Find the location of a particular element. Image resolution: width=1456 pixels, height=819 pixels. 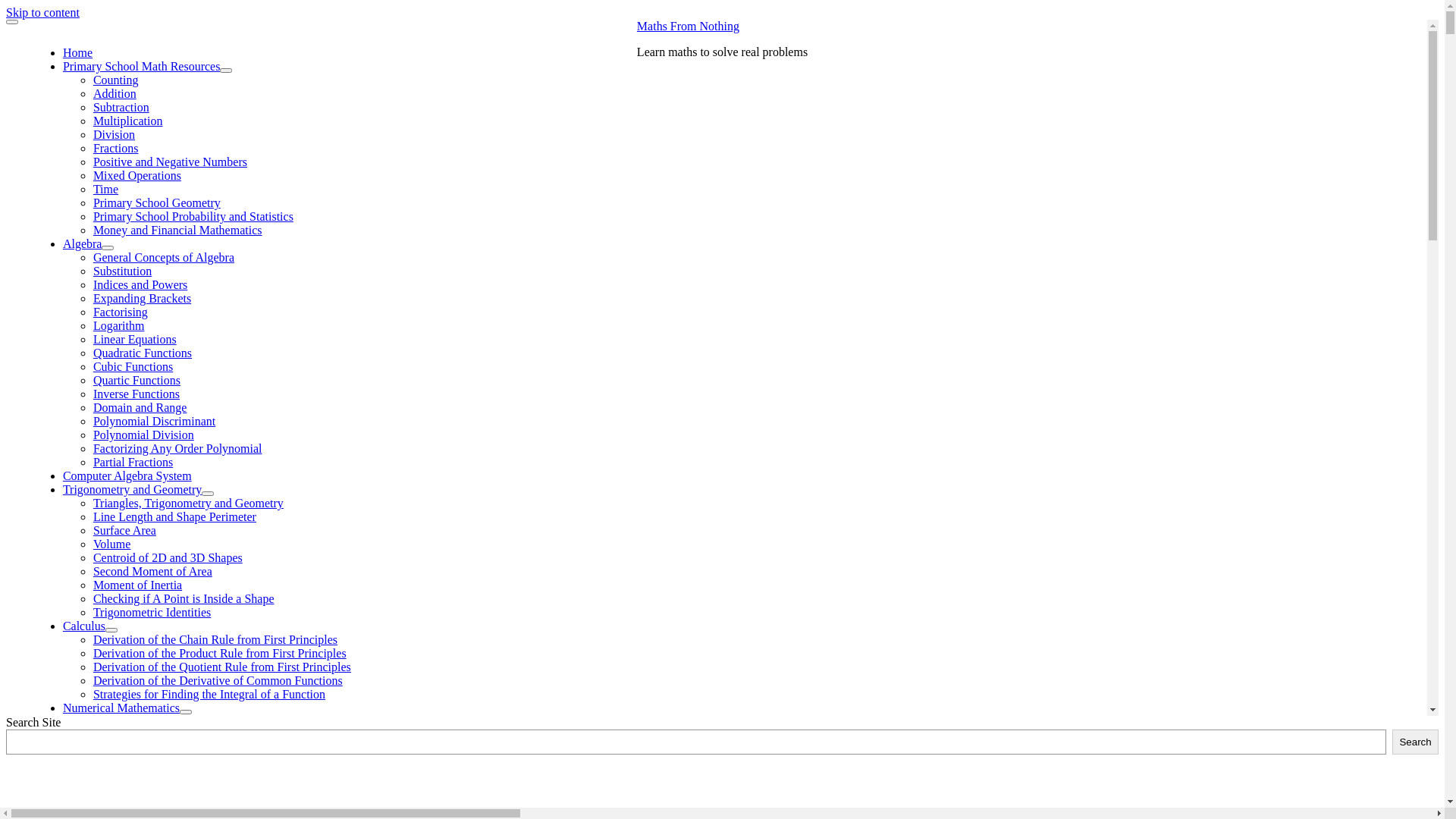

'Money and Financial Mathematics' is located at coordinates (93, 230).